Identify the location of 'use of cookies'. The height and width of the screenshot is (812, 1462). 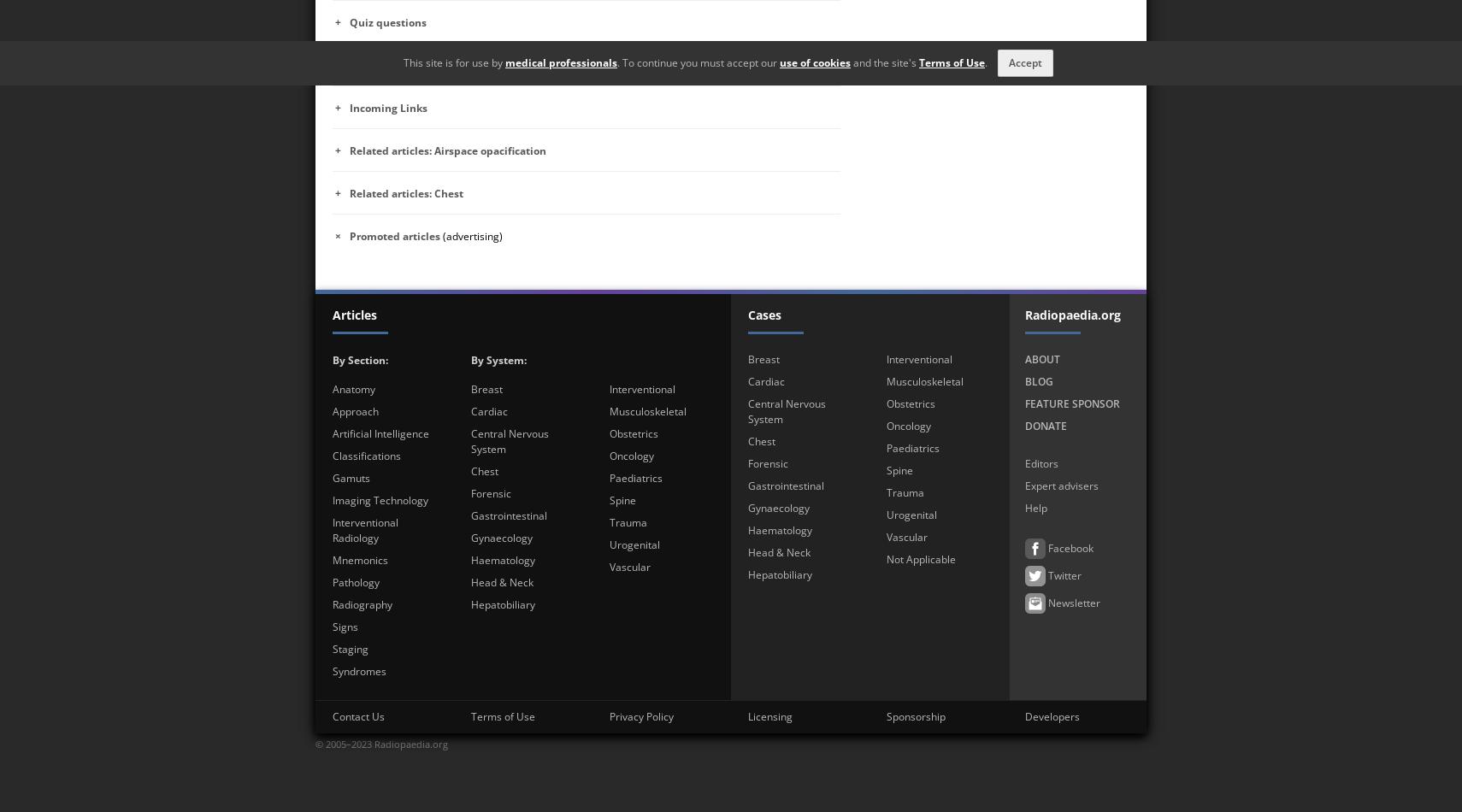
(814, 62).